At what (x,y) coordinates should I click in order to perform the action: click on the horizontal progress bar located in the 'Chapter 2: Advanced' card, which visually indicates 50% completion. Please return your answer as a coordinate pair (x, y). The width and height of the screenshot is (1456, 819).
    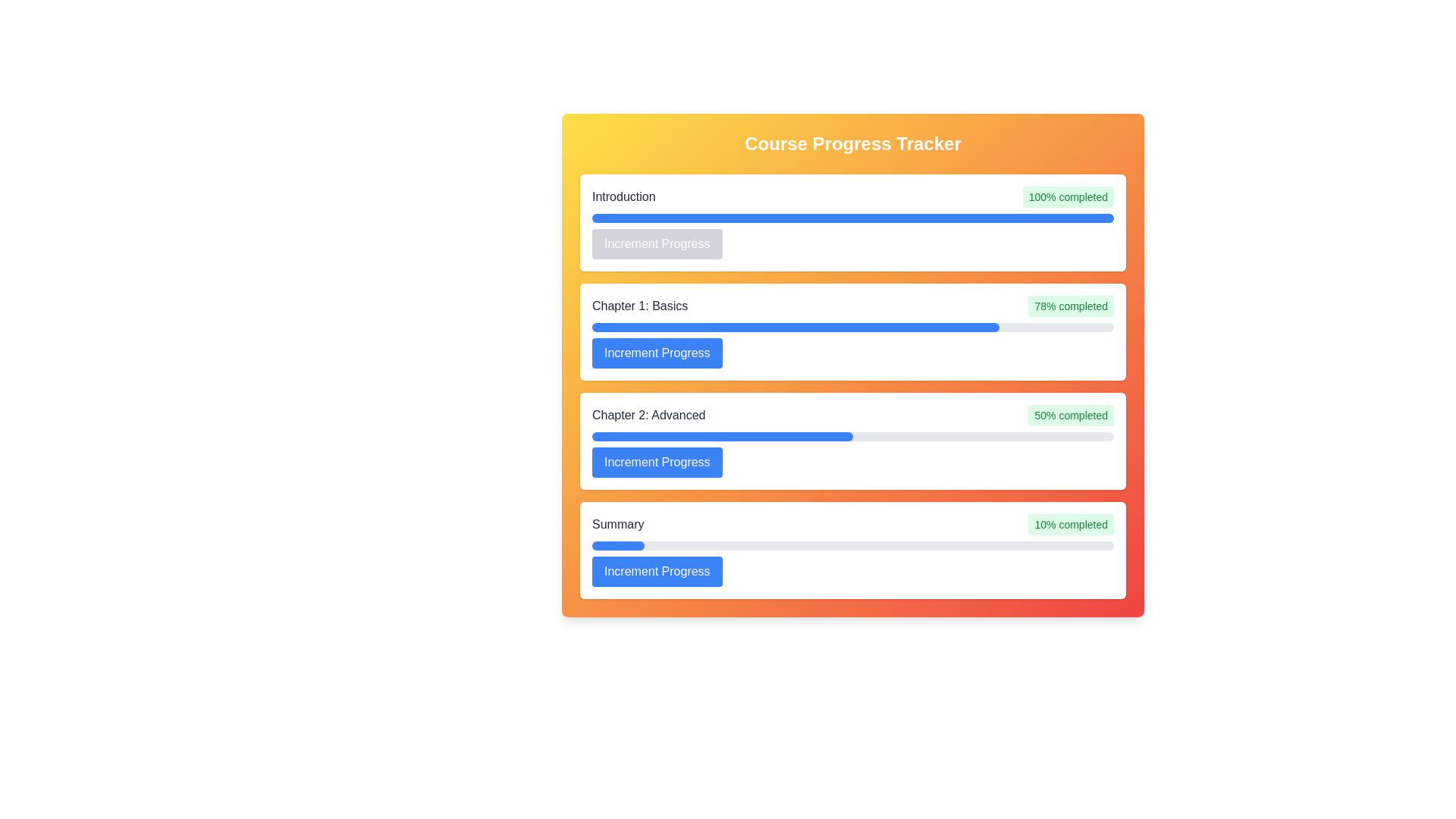
    Looking at the image, I should click on (852, 436).